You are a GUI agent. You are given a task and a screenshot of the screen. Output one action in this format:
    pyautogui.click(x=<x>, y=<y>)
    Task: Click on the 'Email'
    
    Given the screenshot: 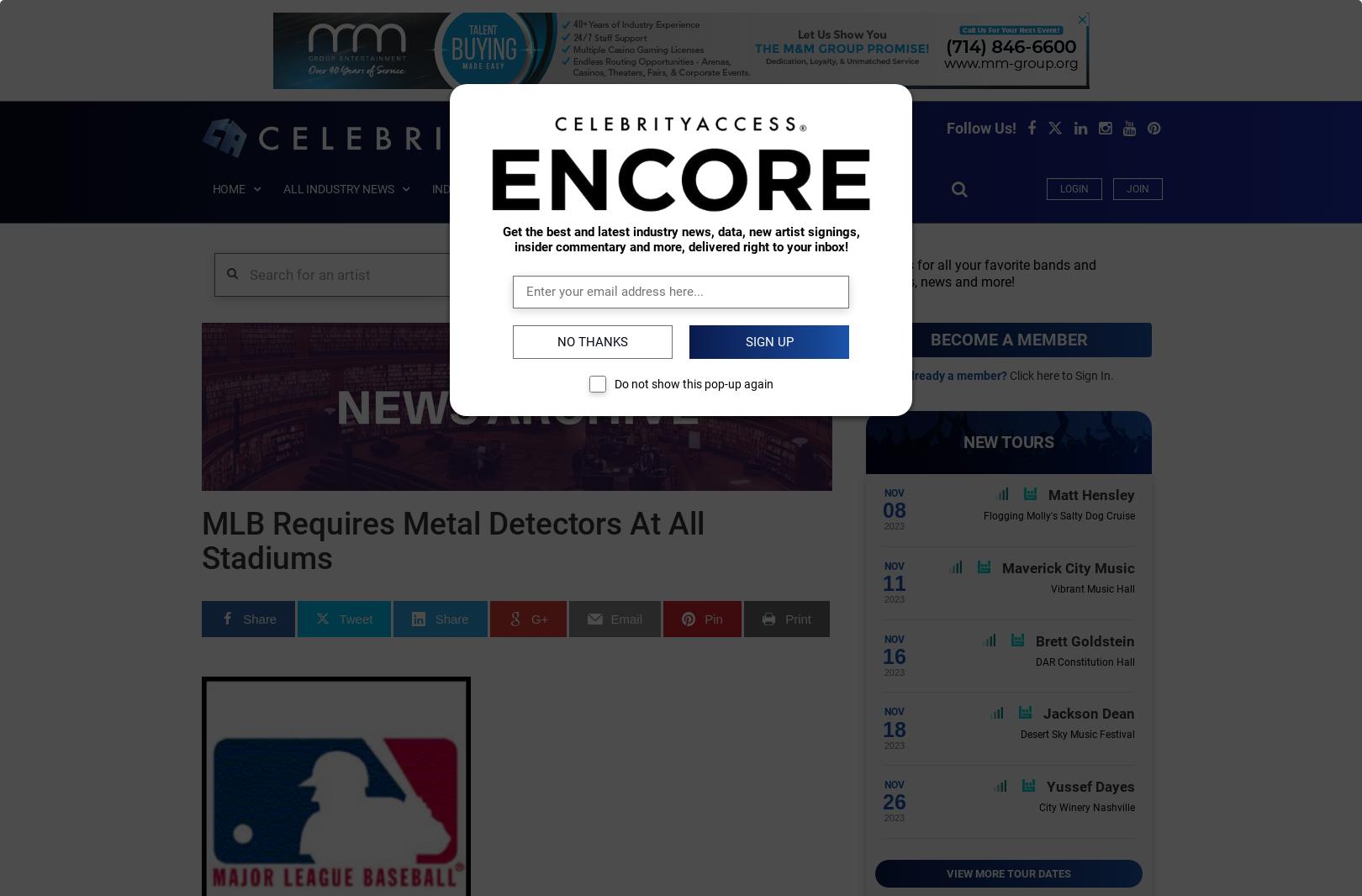 What is the action you would take?
    pyautogui.click(x=626, y=617)
    